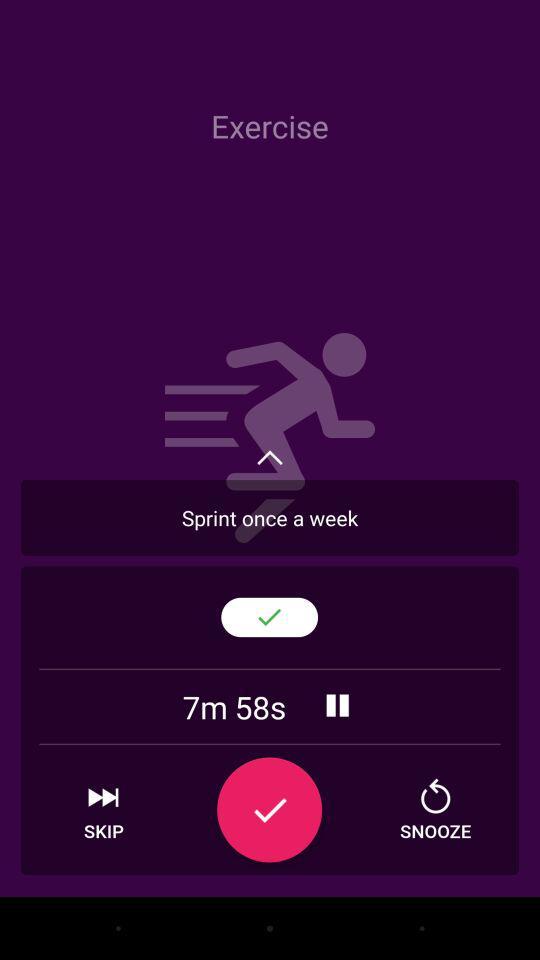  I want to click on the skip button, so click(103, 810).